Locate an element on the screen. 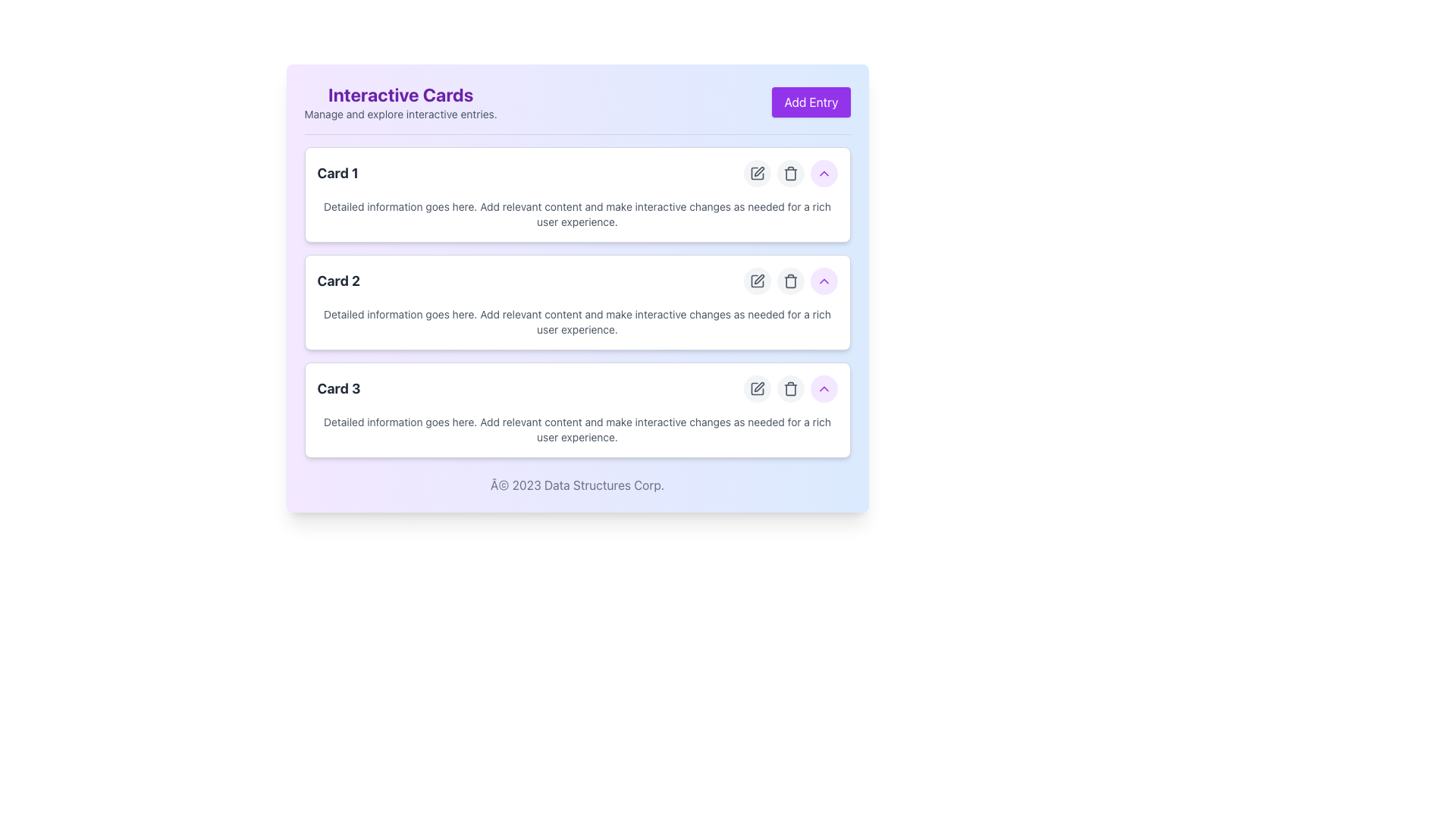 The image size is (1456, 819). descriptive text content located in the central body area of 'Card 2', which informs the user about the card's purpose or details is located at coordinates (576, 321).